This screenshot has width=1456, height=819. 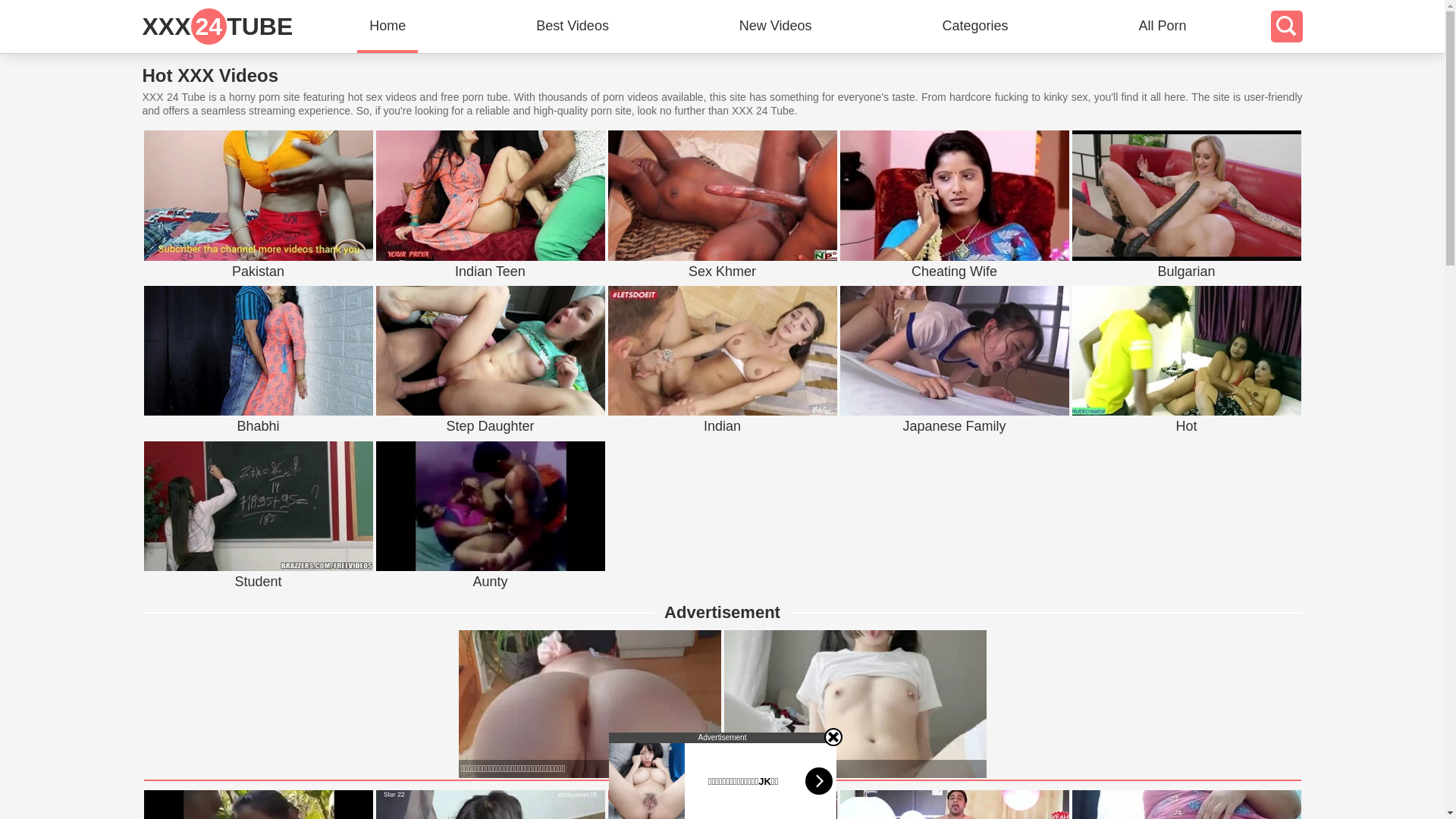 What do you see at coordinates (217, 26) in the screenshot?
I see `'XXX24TUBE'` at bounding box center [217, 26].